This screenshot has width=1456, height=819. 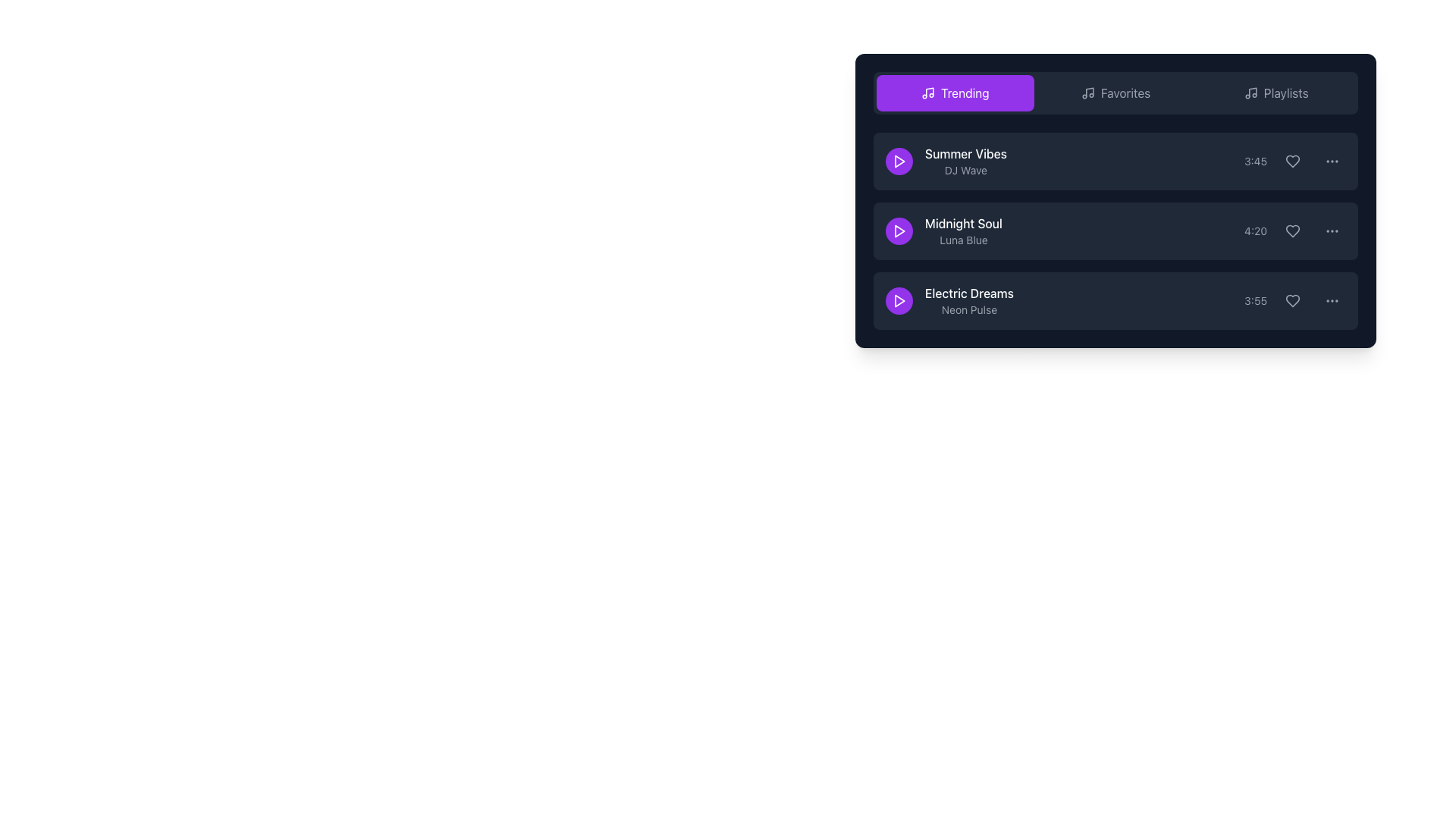 What do you see at coordinates (1116, 231) in the screenshot?
I see `the second item in the playlist list, which is selectable and allows users` at bounding box center [1116, 231].